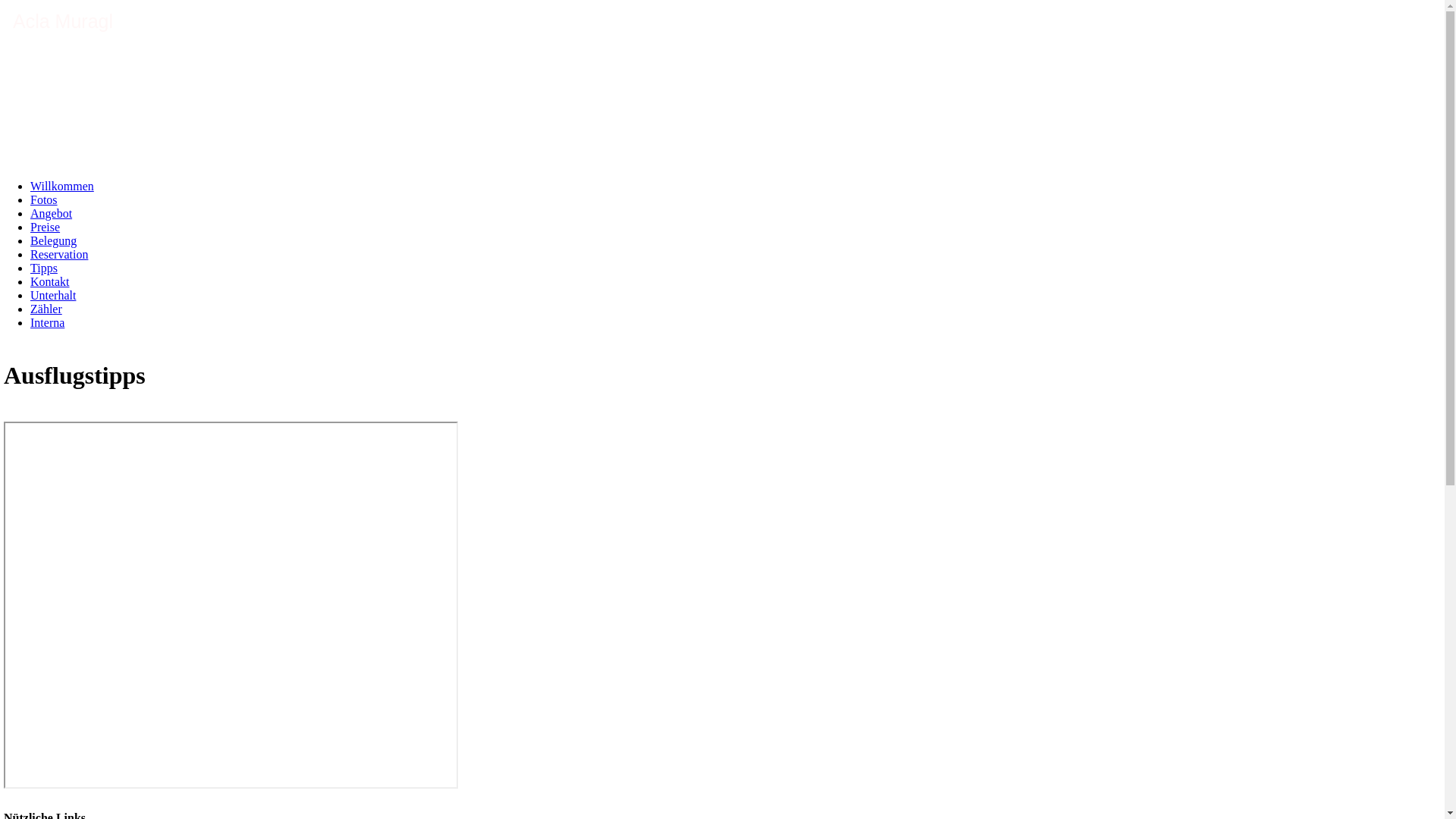 This screenshot has width=1456, height=819. What do you see at coordinates (51, 213) in the screenshot?
I see `'Angebot'` at bounding box center [51, 213].